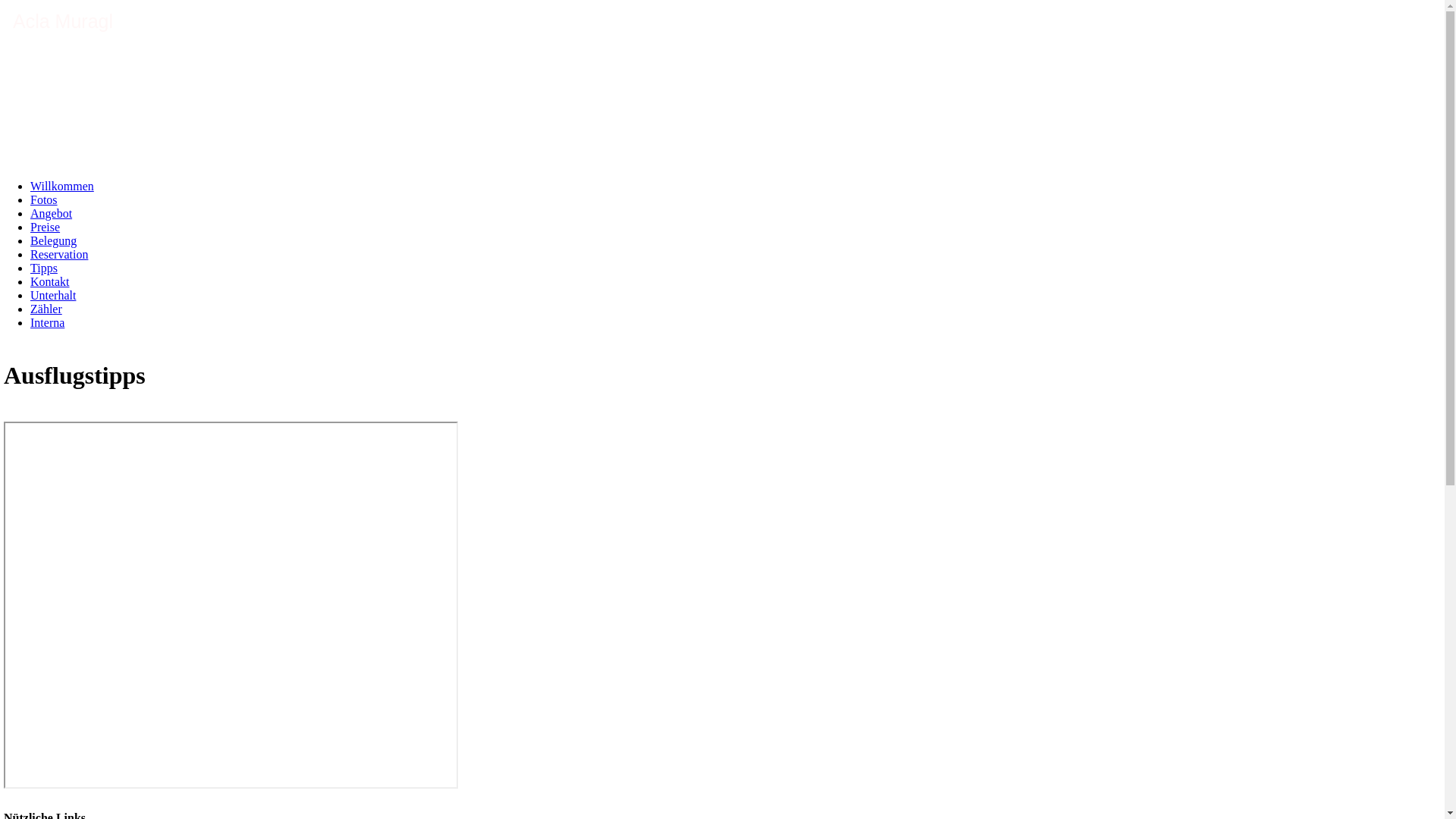 This screenshot has width=1456, height=819. What do you see at coordinates (51, 213) in the screenshot?
I see `'Angebot'` at bounding box center [51, 213].